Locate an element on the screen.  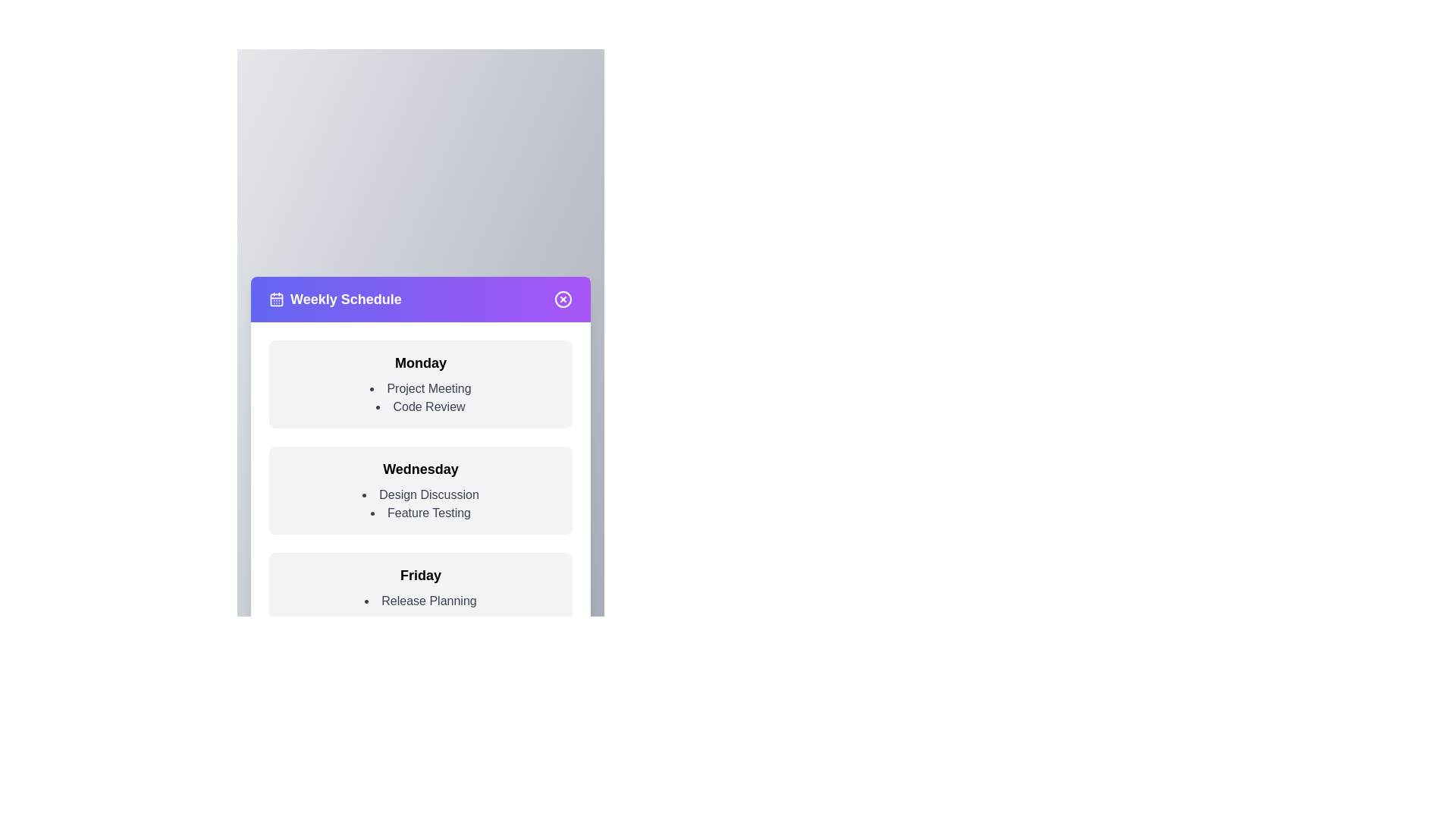
close button to dismiss the Weekly Schedule dialog is located at coordinates (563, 299).